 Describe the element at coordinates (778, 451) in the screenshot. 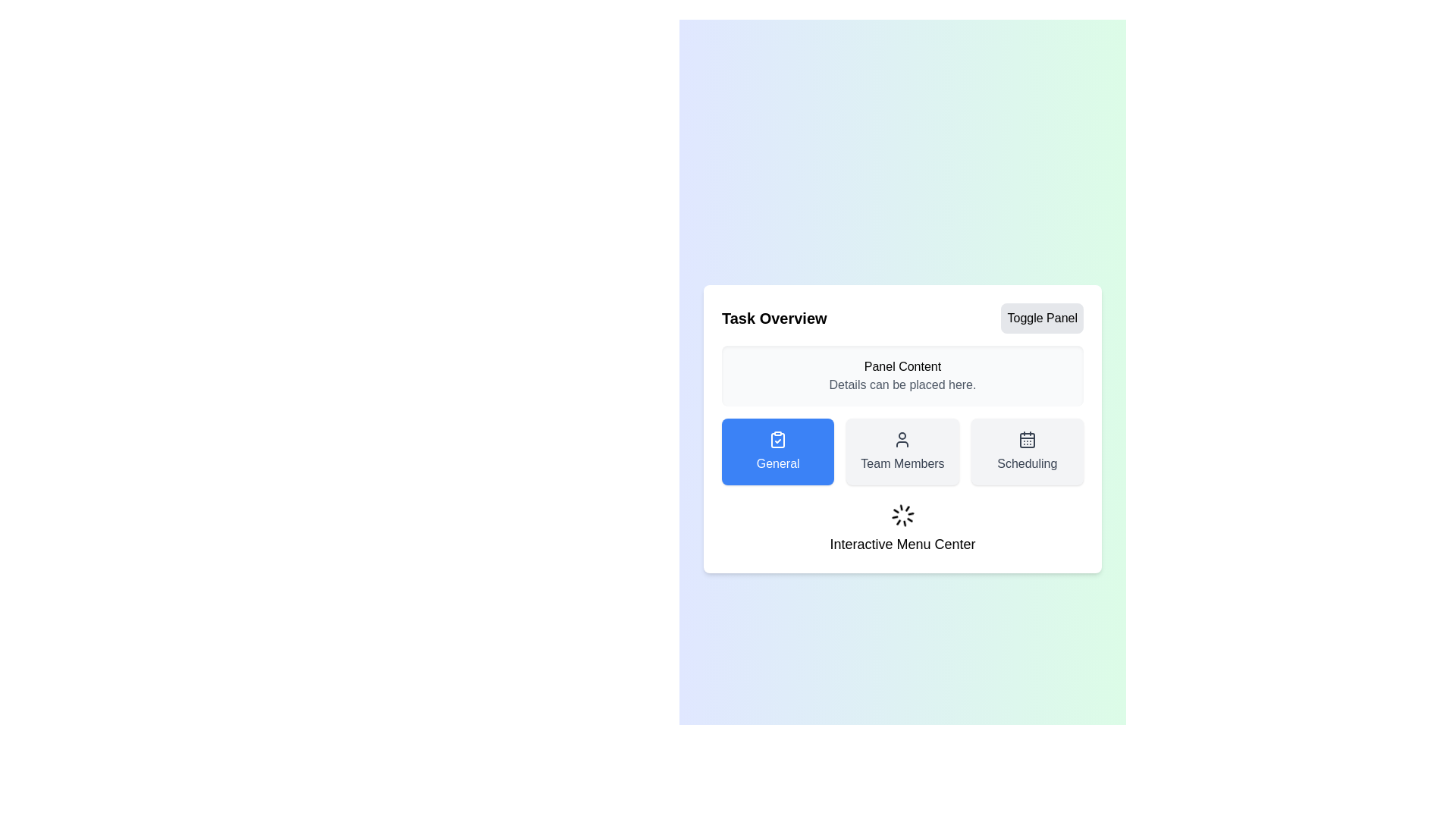

I see `the General button to select the corresponding task category` at that location.